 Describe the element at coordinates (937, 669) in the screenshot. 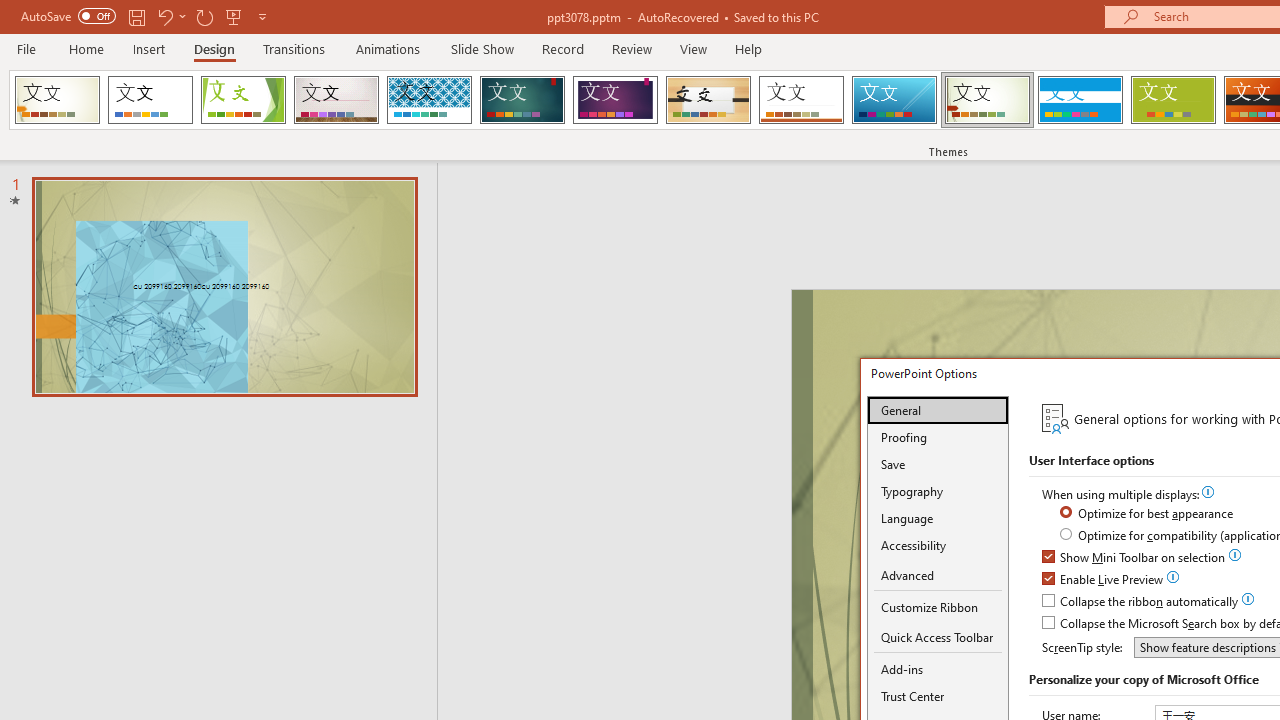

I see `'Add-ins'` at that location.